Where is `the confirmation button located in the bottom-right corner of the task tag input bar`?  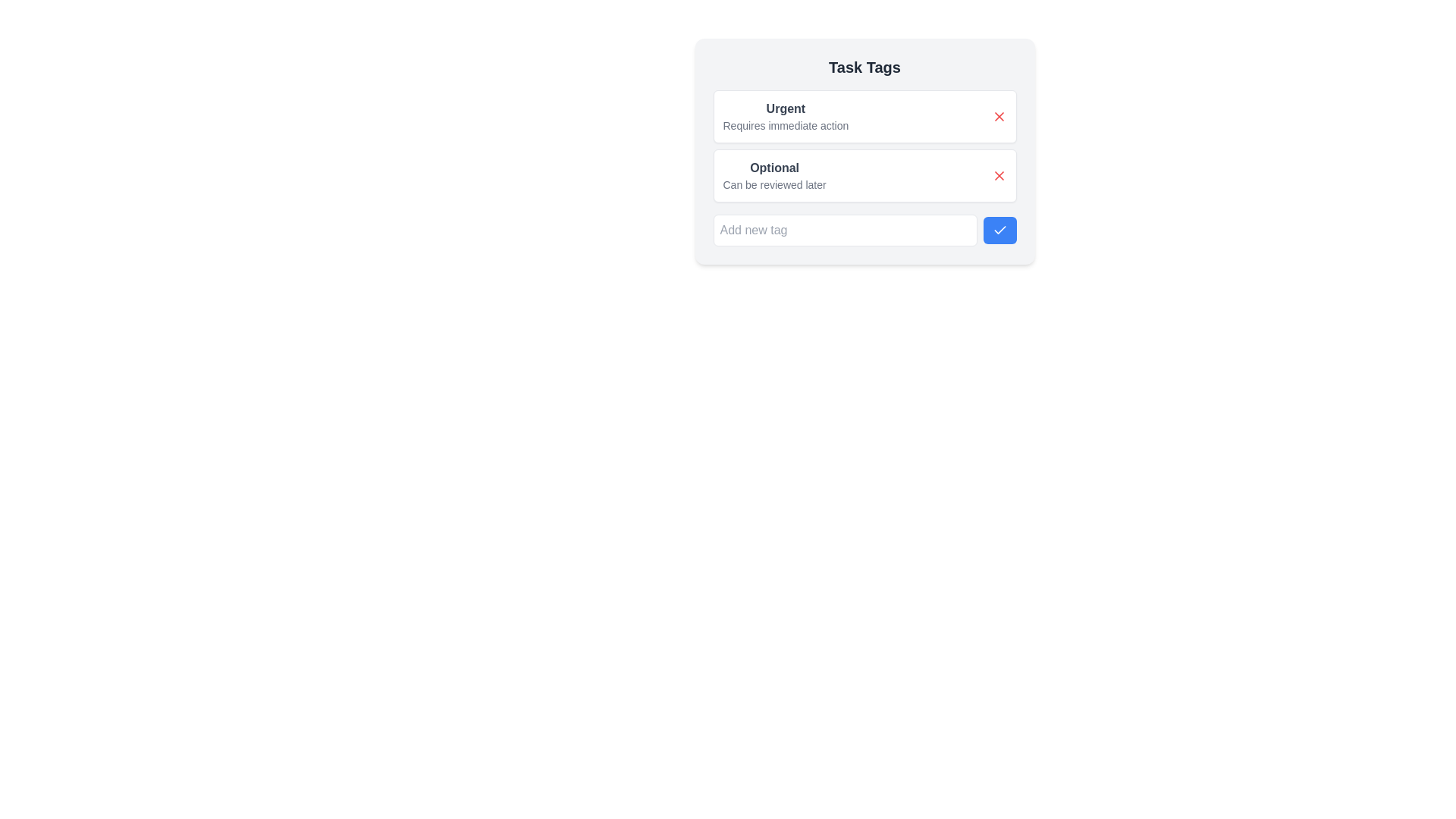 the confirmation button located in the bottom-right corner of the task tag input bar is located at coordinates (999, 231).